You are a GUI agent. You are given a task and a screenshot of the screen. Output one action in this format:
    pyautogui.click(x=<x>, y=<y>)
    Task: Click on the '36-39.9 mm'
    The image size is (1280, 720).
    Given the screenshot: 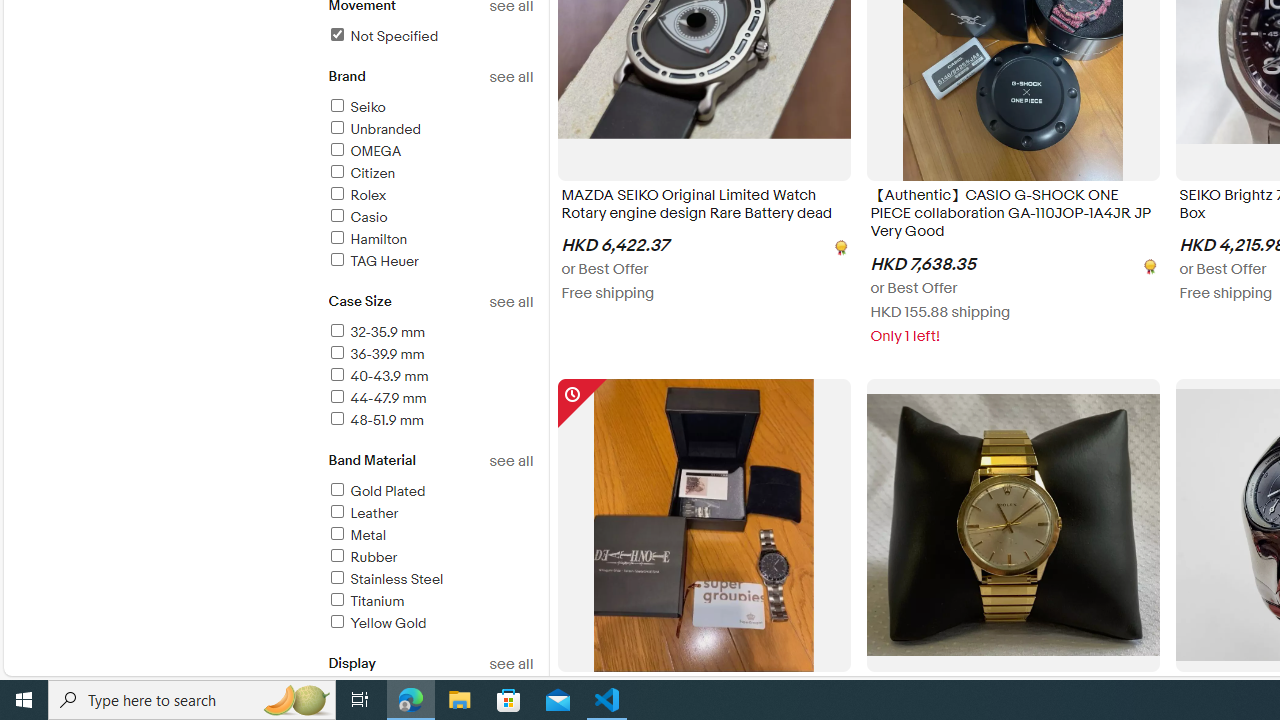 What is the action you would take?
    pyautogui.click(x=429, y=354)
    